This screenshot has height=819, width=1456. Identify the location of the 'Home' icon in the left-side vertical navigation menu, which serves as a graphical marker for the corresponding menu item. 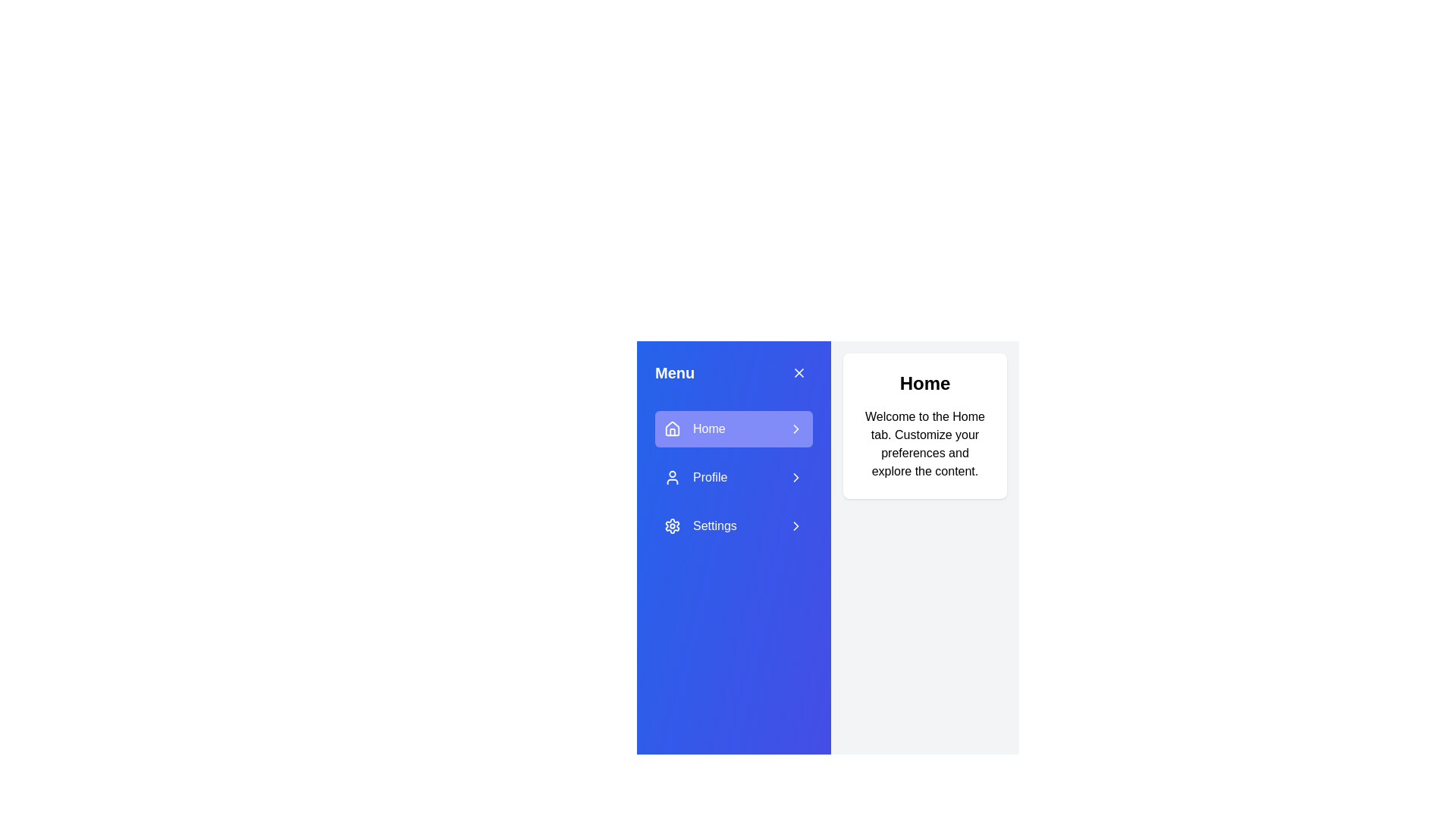
(672, 428).